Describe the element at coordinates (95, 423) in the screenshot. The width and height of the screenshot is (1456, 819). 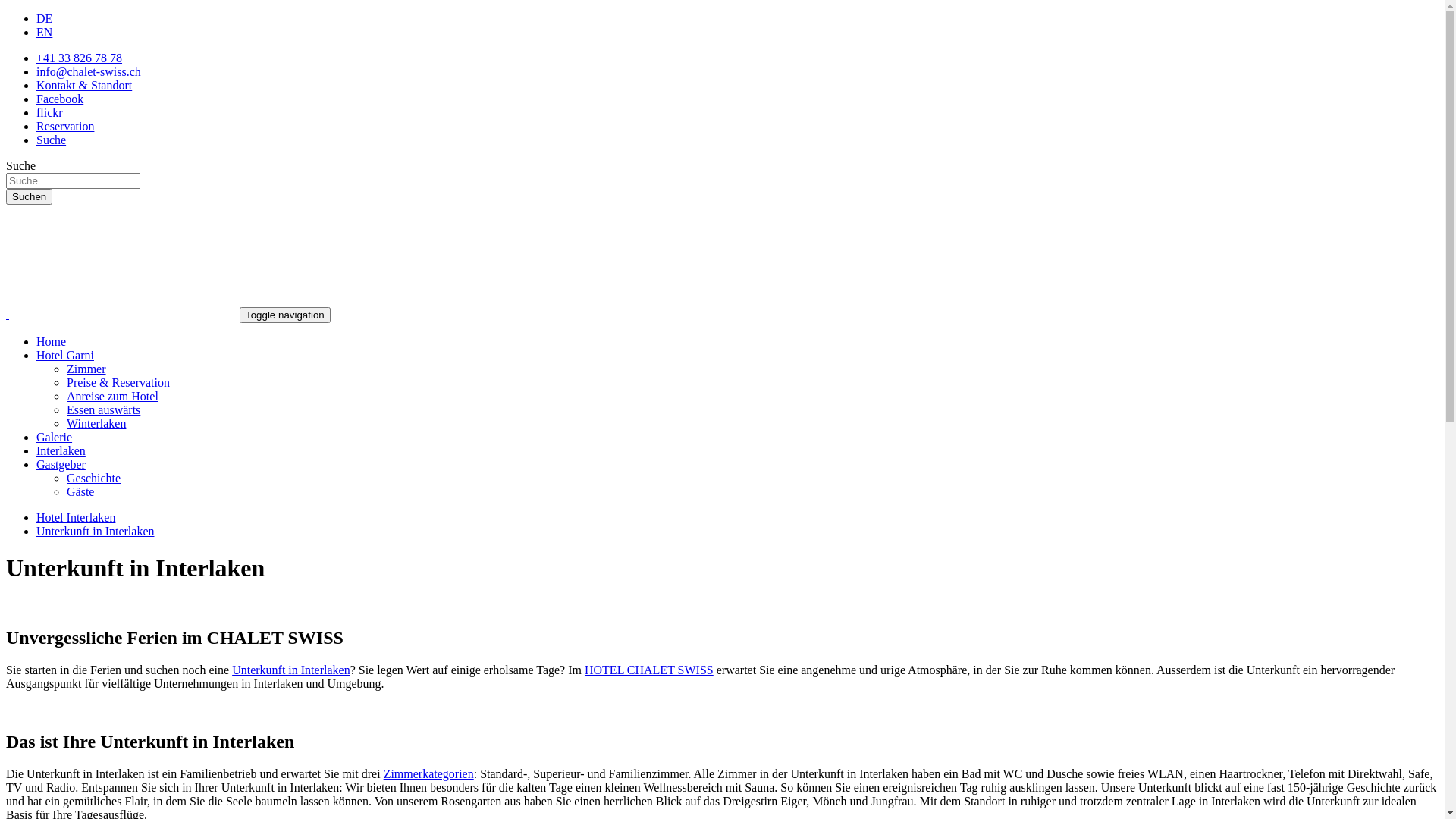
I see `'Winterlaken'` at that location.